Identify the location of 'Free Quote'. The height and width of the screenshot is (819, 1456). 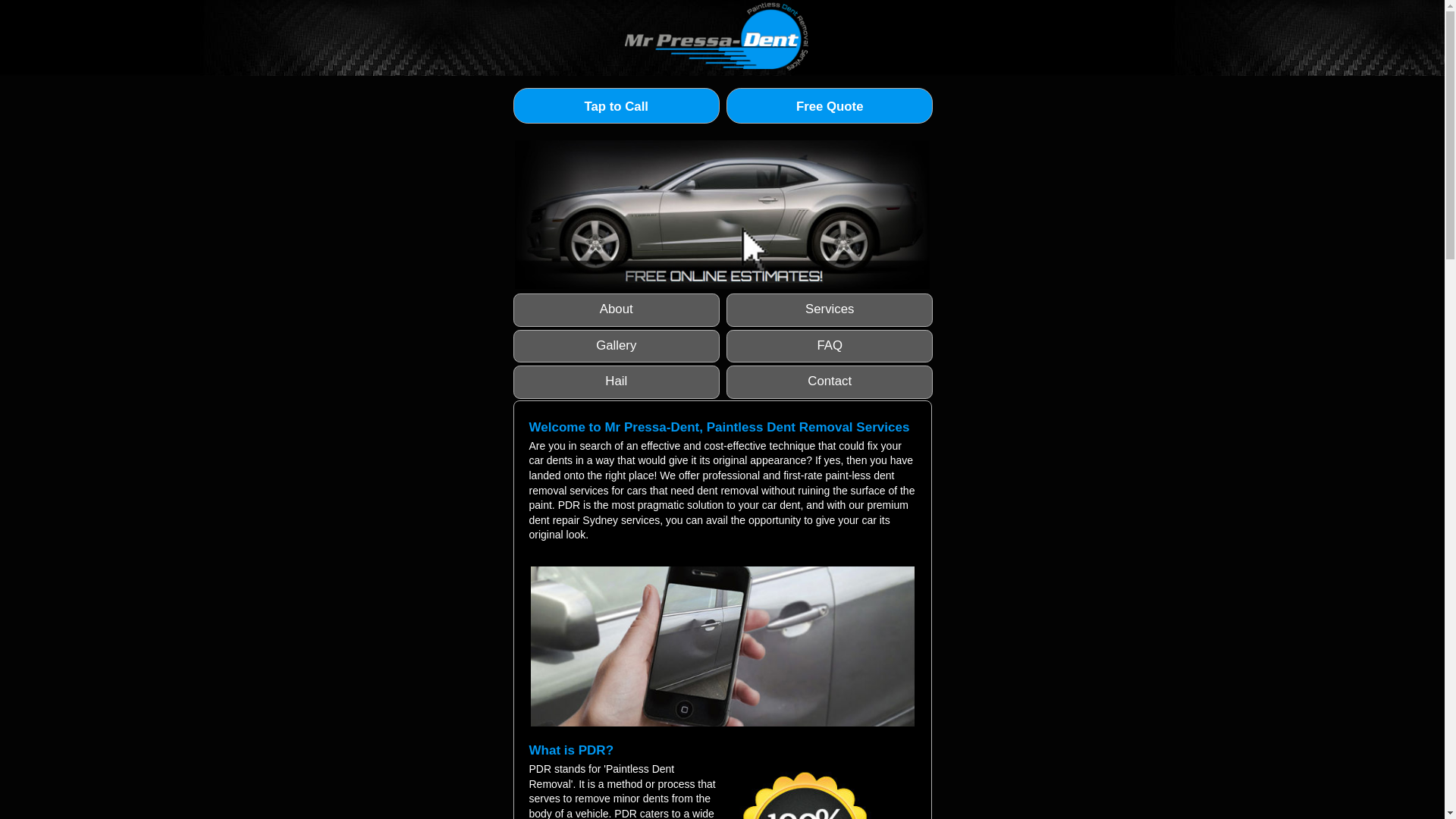
(829, 105).